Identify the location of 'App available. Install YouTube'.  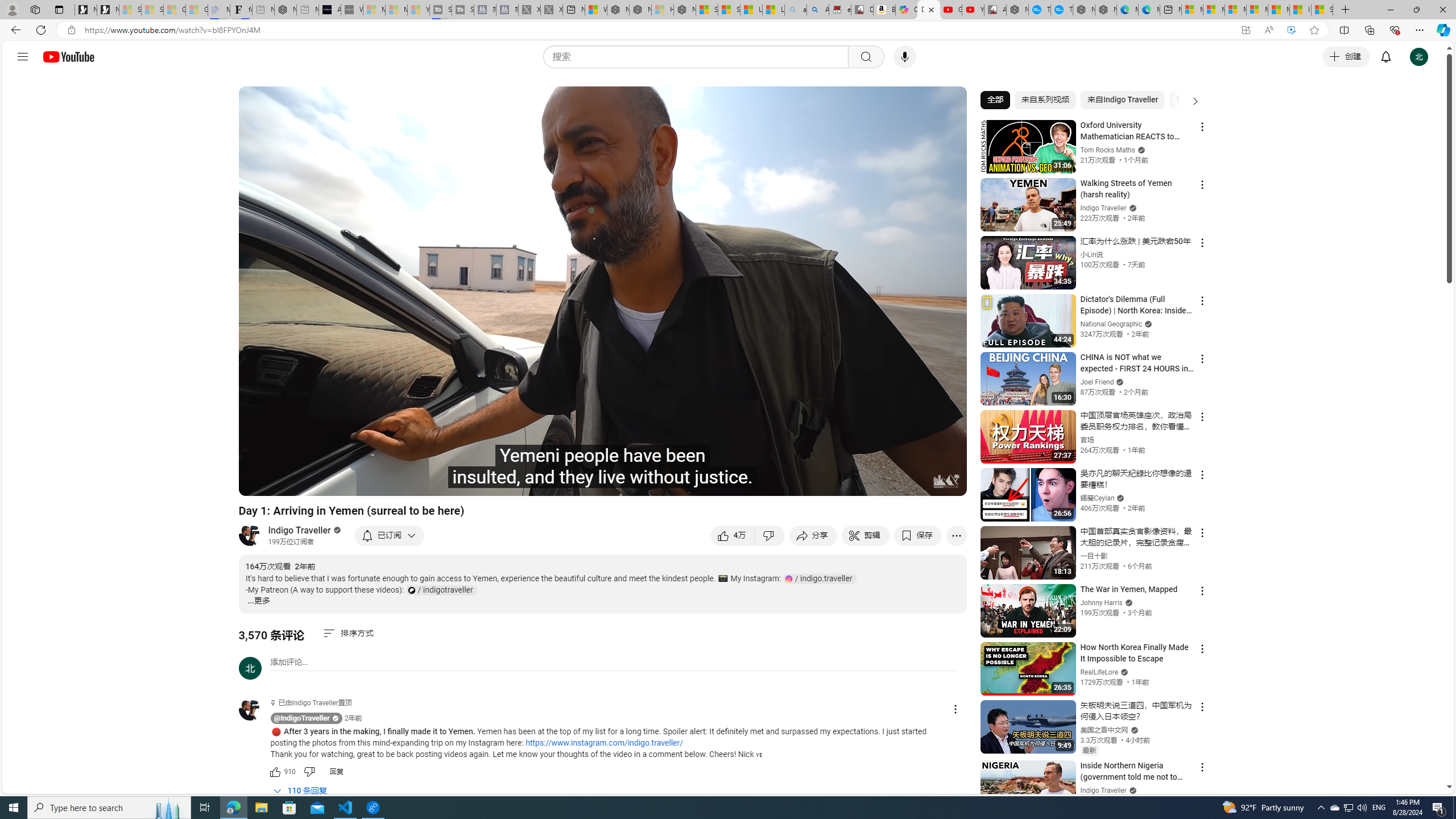
(1246, 30).